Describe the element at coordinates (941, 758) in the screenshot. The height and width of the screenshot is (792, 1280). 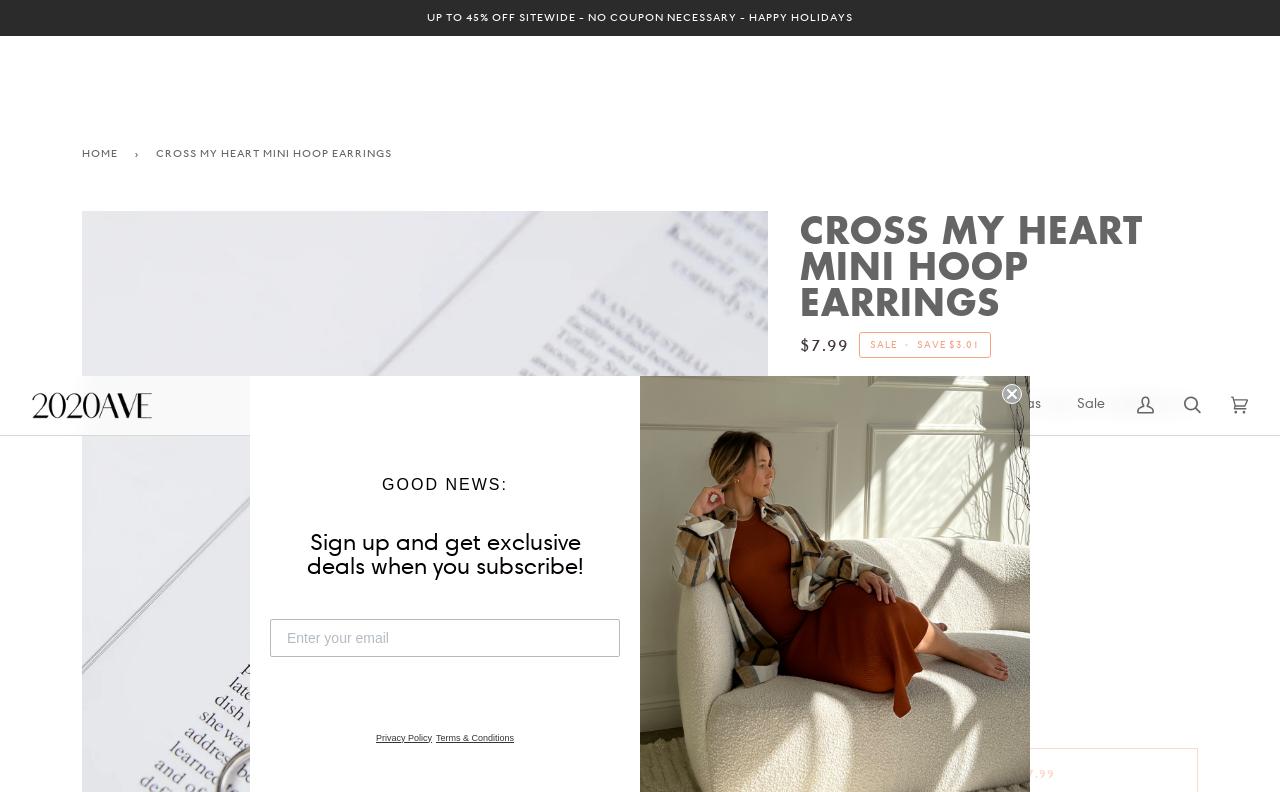
I see `'FINAL SALE ITEM. NO RETURNS/EXCHANGES.'` at that location.